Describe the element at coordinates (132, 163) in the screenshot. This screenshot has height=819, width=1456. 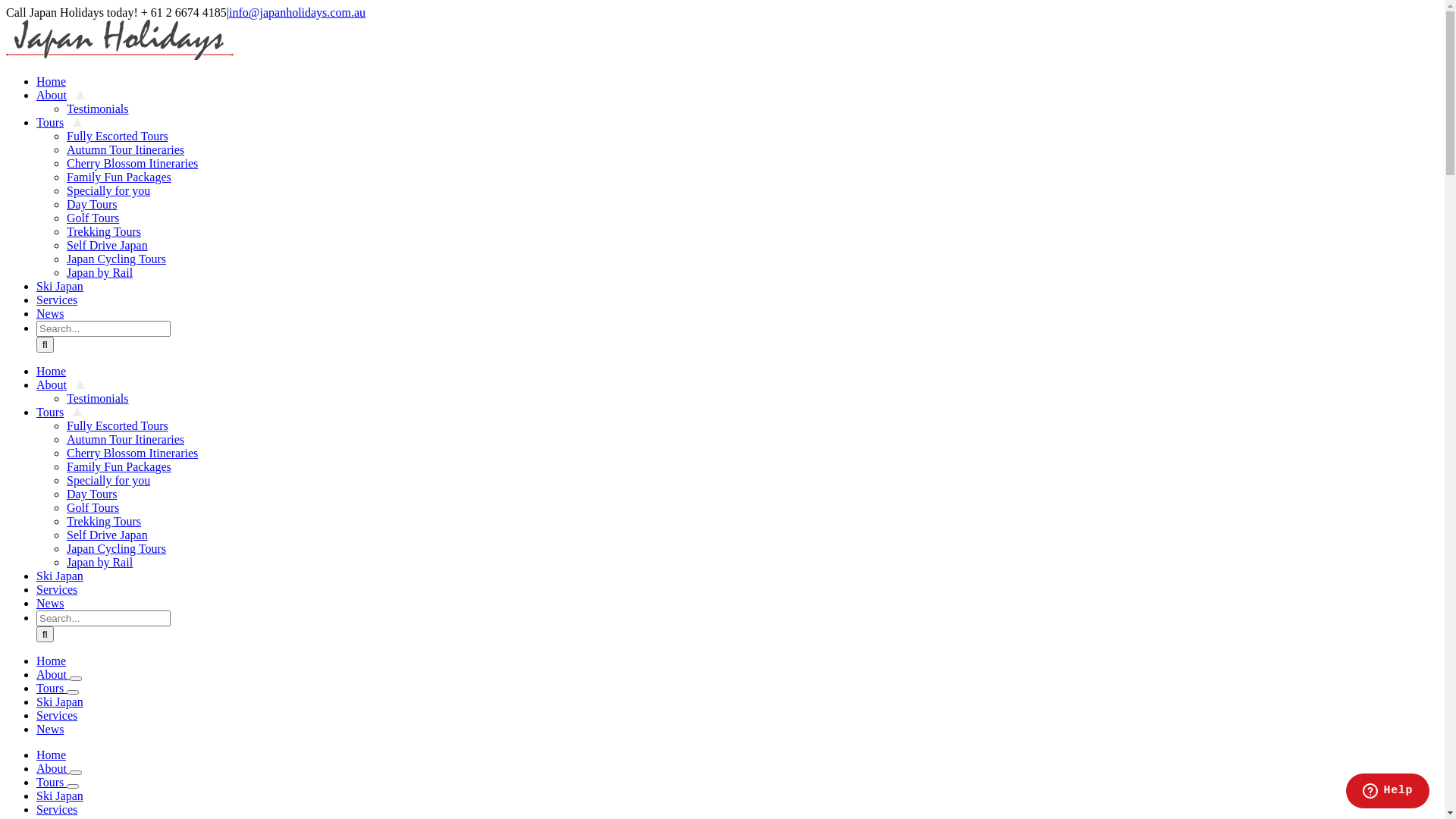
I see `'Cherry Blossom Itineraries'` at that location.